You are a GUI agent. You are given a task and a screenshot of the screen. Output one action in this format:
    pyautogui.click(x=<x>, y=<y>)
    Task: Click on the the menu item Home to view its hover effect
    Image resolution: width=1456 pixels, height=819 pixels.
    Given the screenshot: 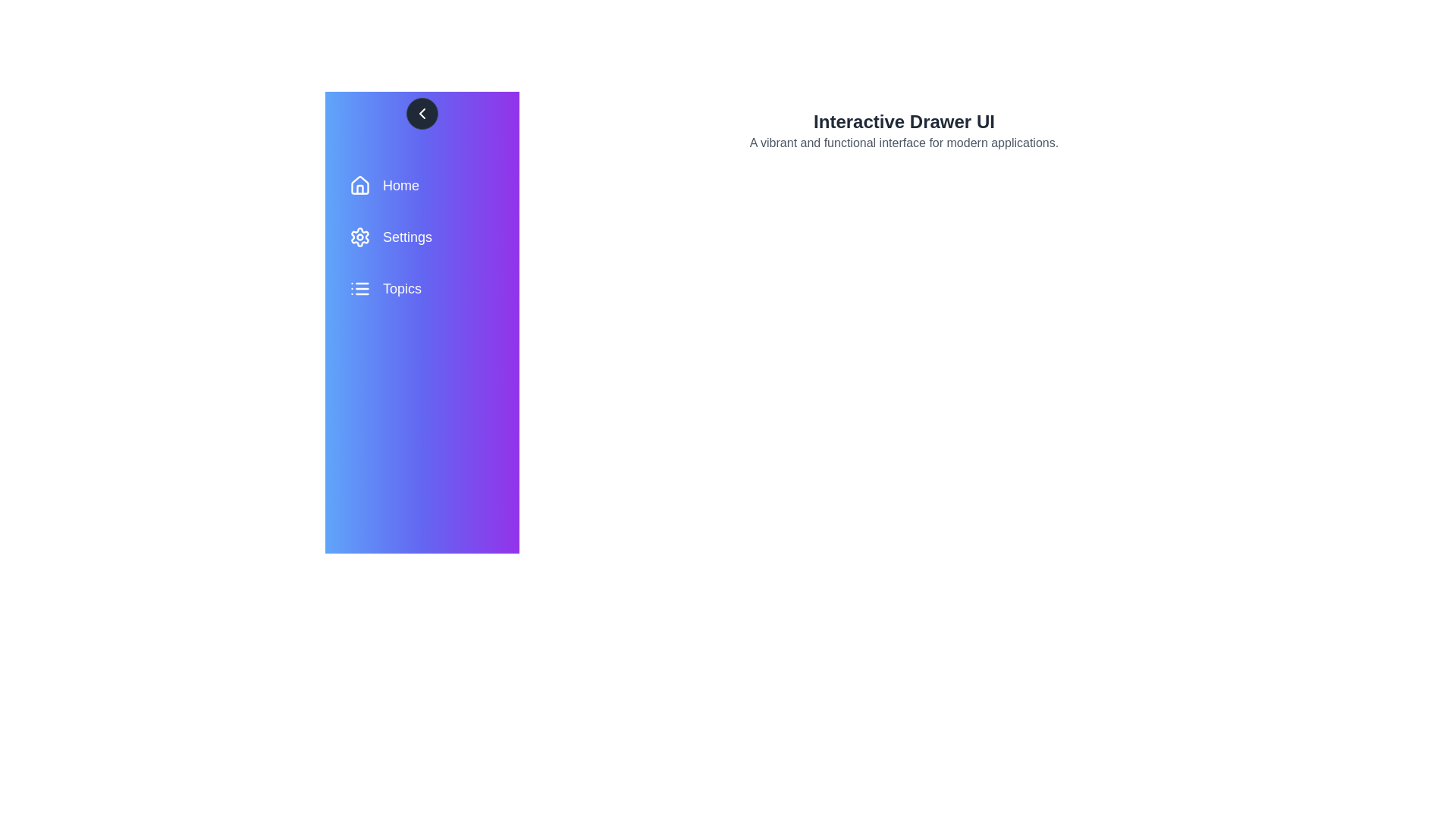 What is the action you would take?
    pyautogui.click(x=422, y=185)
    